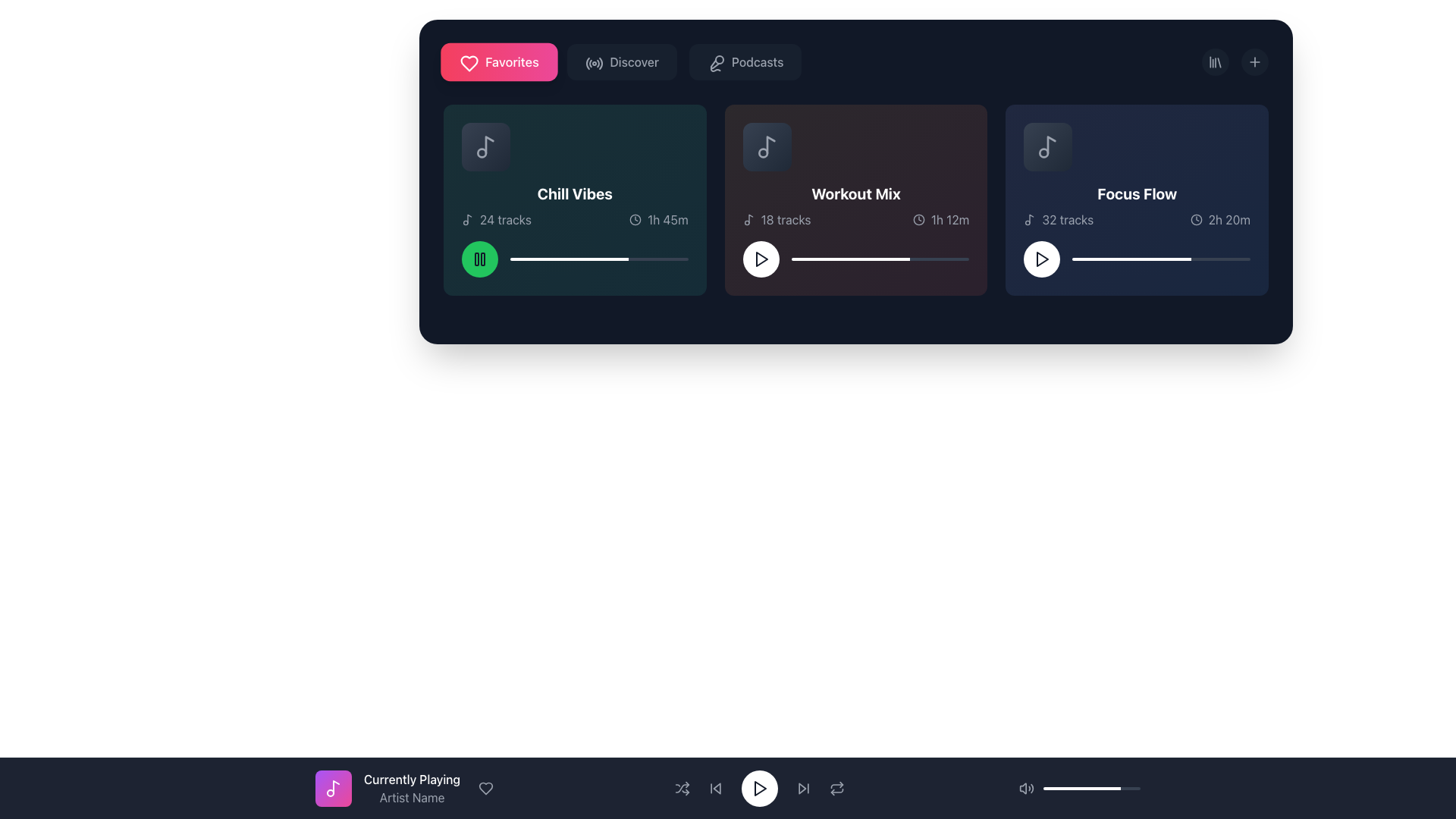 This screenshot has width=1456, height=819. Describe the element at coordinates (716, 63) in the screenshot. I see `the vocal microphone icon button located in the top navigation bar` at that location.